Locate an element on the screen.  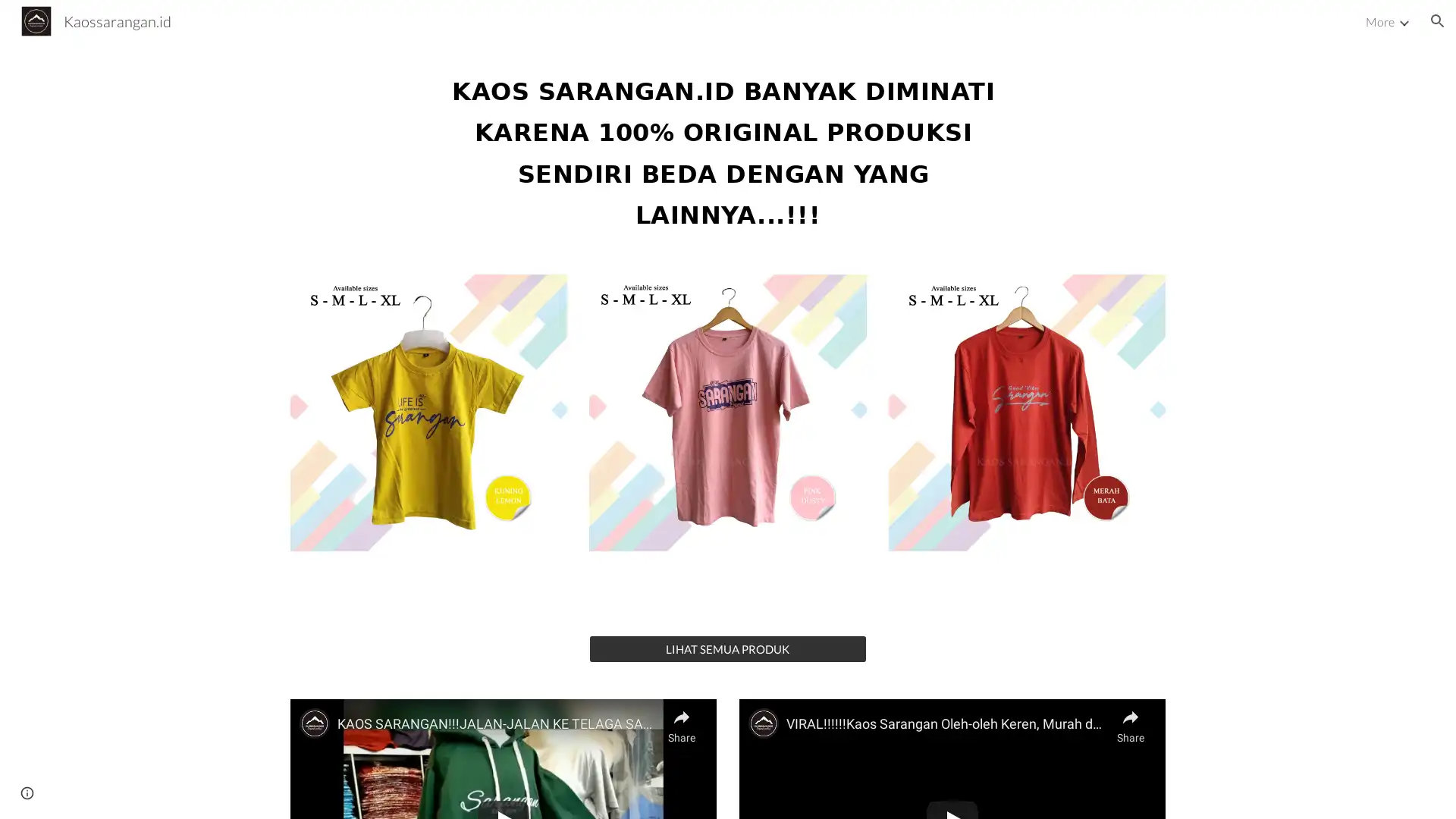
Skip to main content is located at coordinates (597, 28).